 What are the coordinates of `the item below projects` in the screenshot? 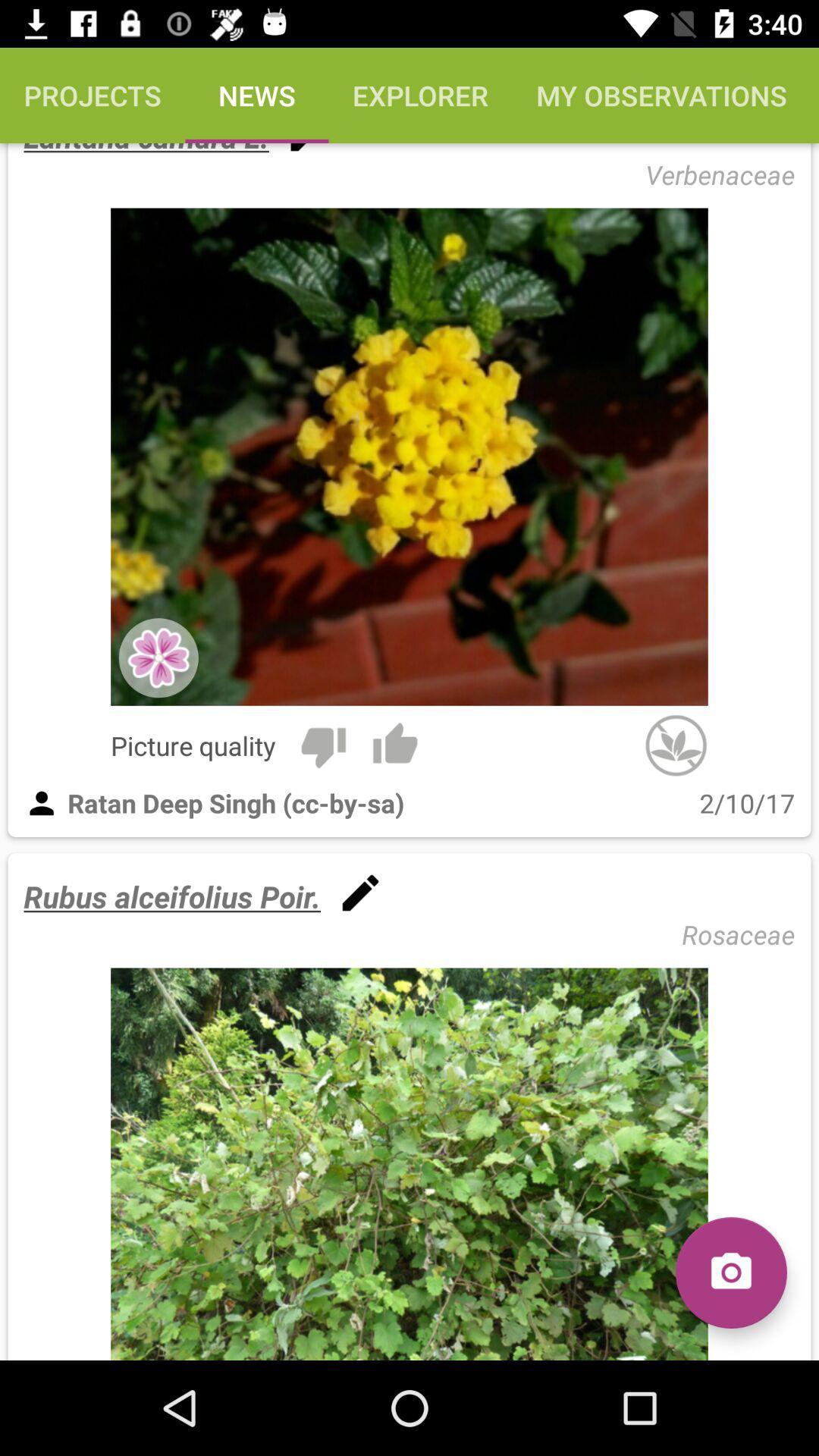 It's located at (146, 149).